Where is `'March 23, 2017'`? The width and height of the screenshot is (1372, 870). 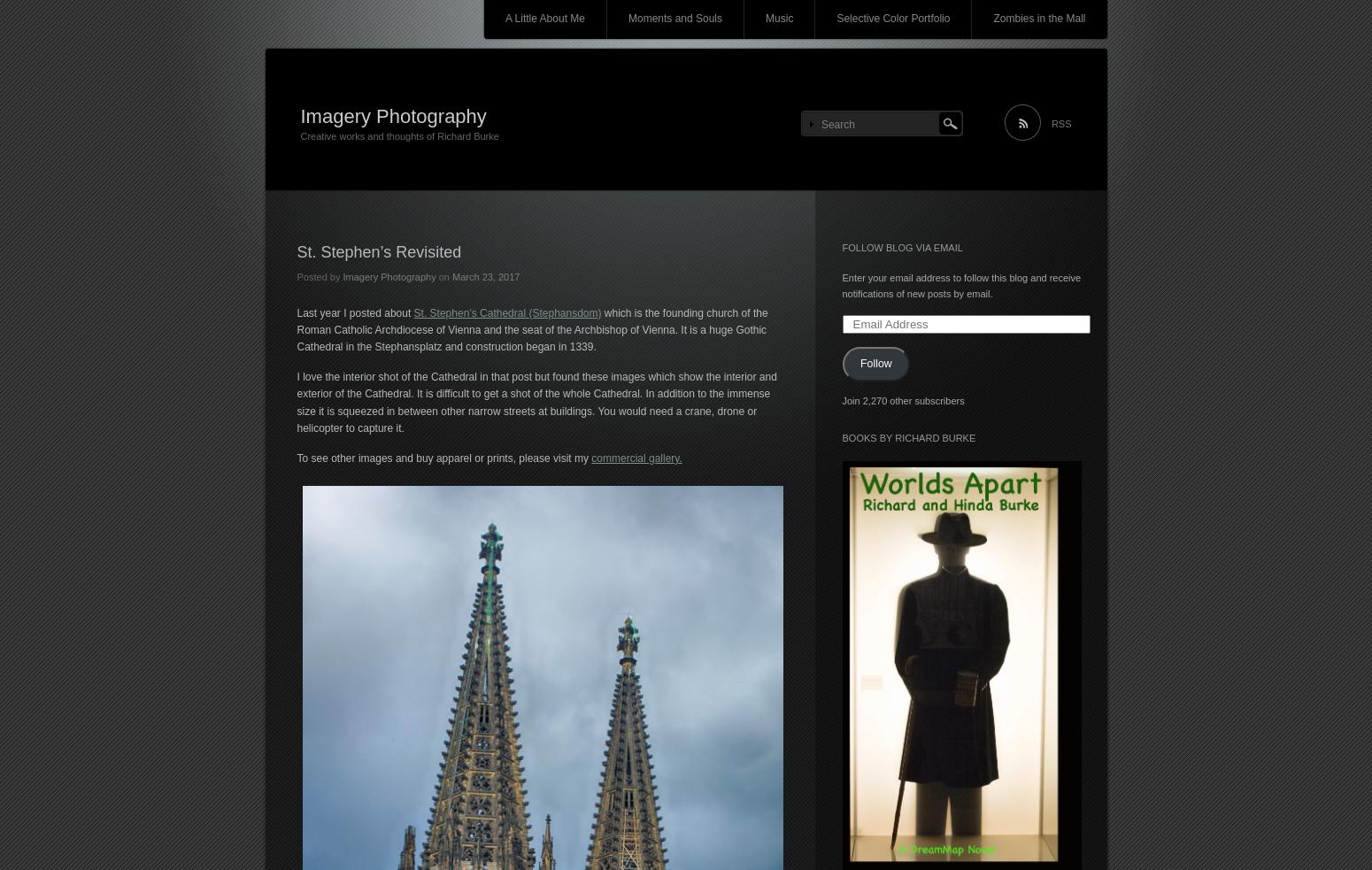 'March 23, 2017' is located at coordinates (486, 276).